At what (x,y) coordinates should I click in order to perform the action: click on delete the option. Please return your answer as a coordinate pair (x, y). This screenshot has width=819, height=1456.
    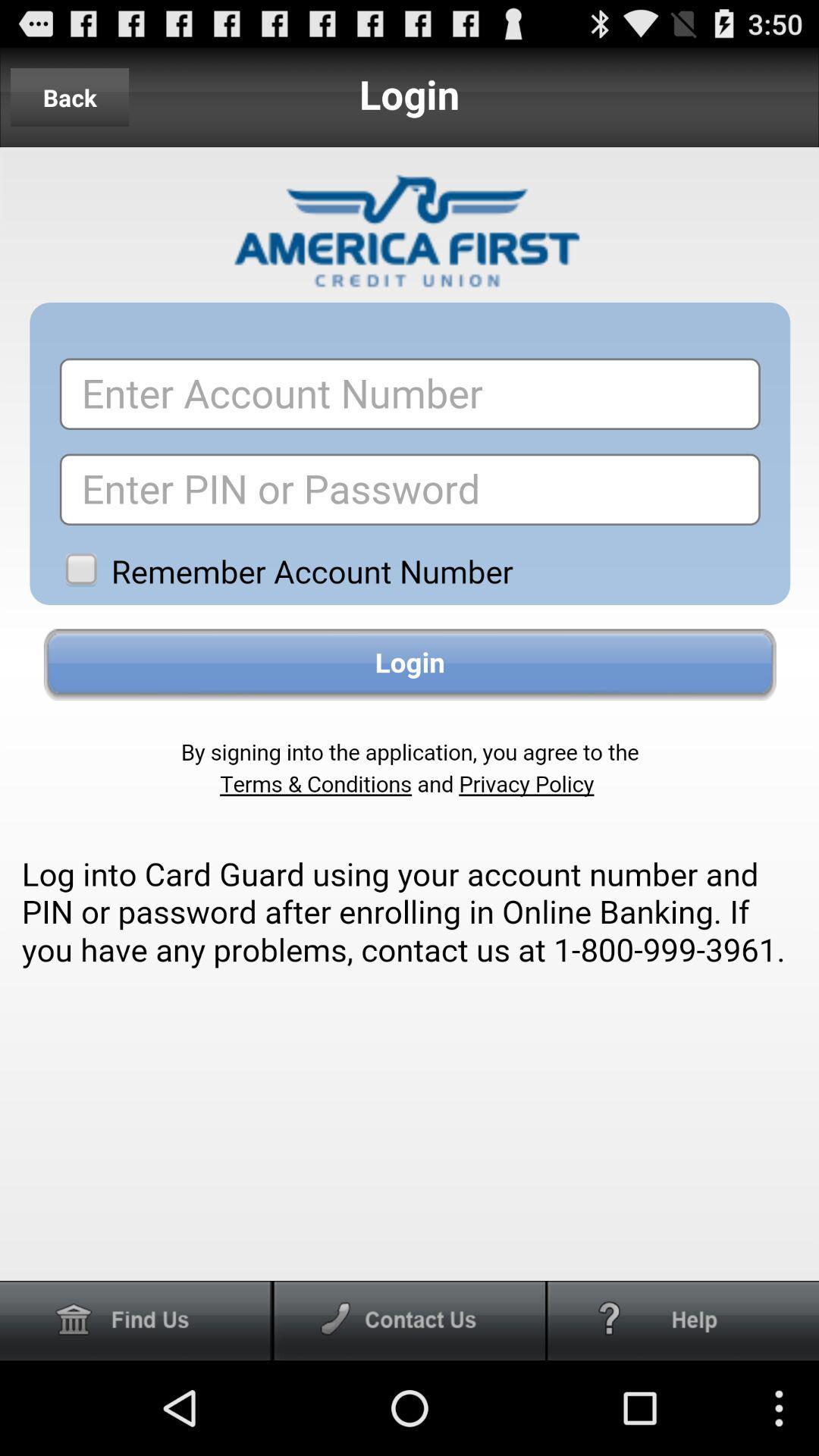
    Looking at the image, I should click on (135, 1319).